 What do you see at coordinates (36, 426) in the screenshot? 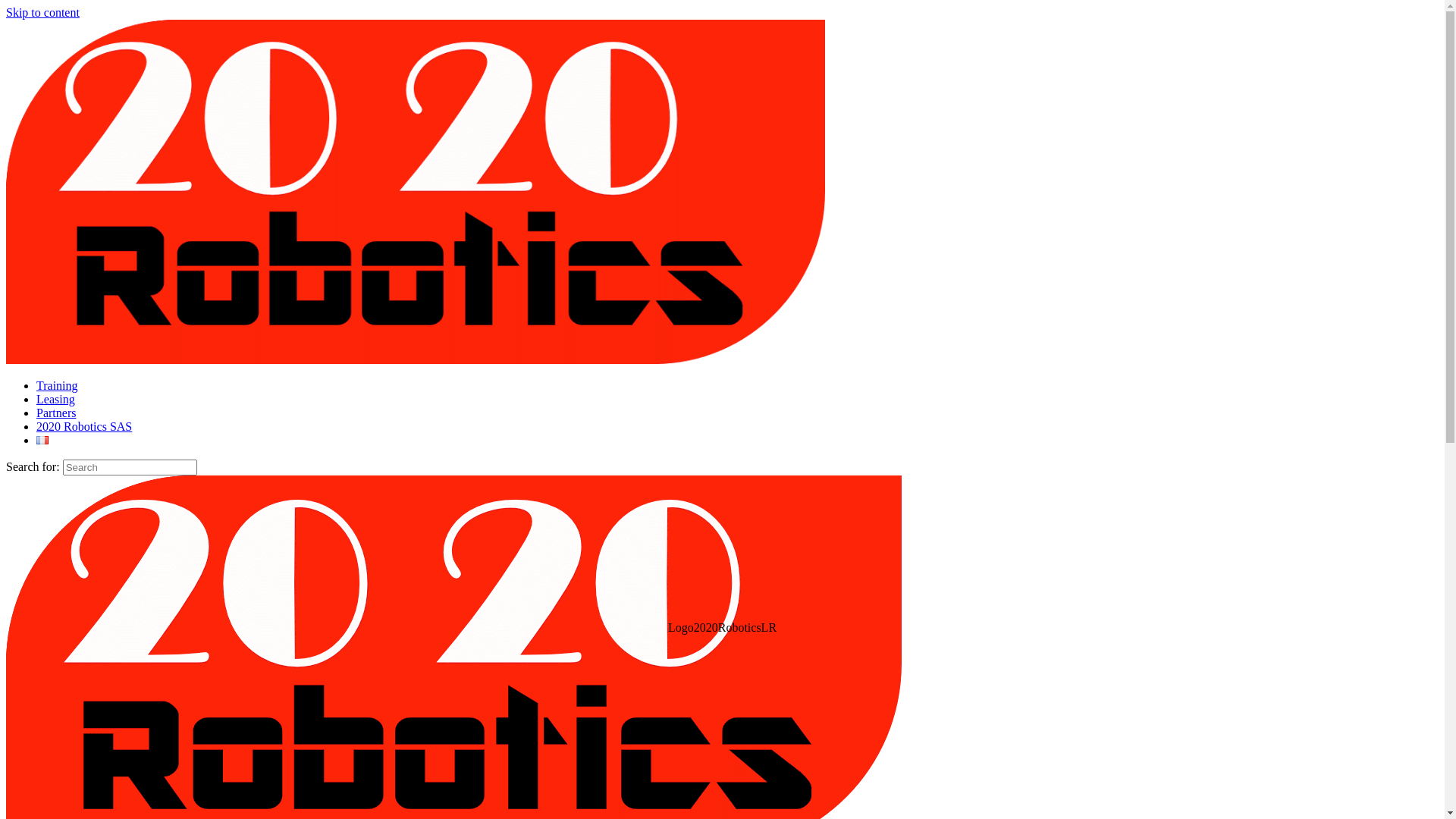
I see `'2020 Robotics SAS'` at bounding box center [36, 426].